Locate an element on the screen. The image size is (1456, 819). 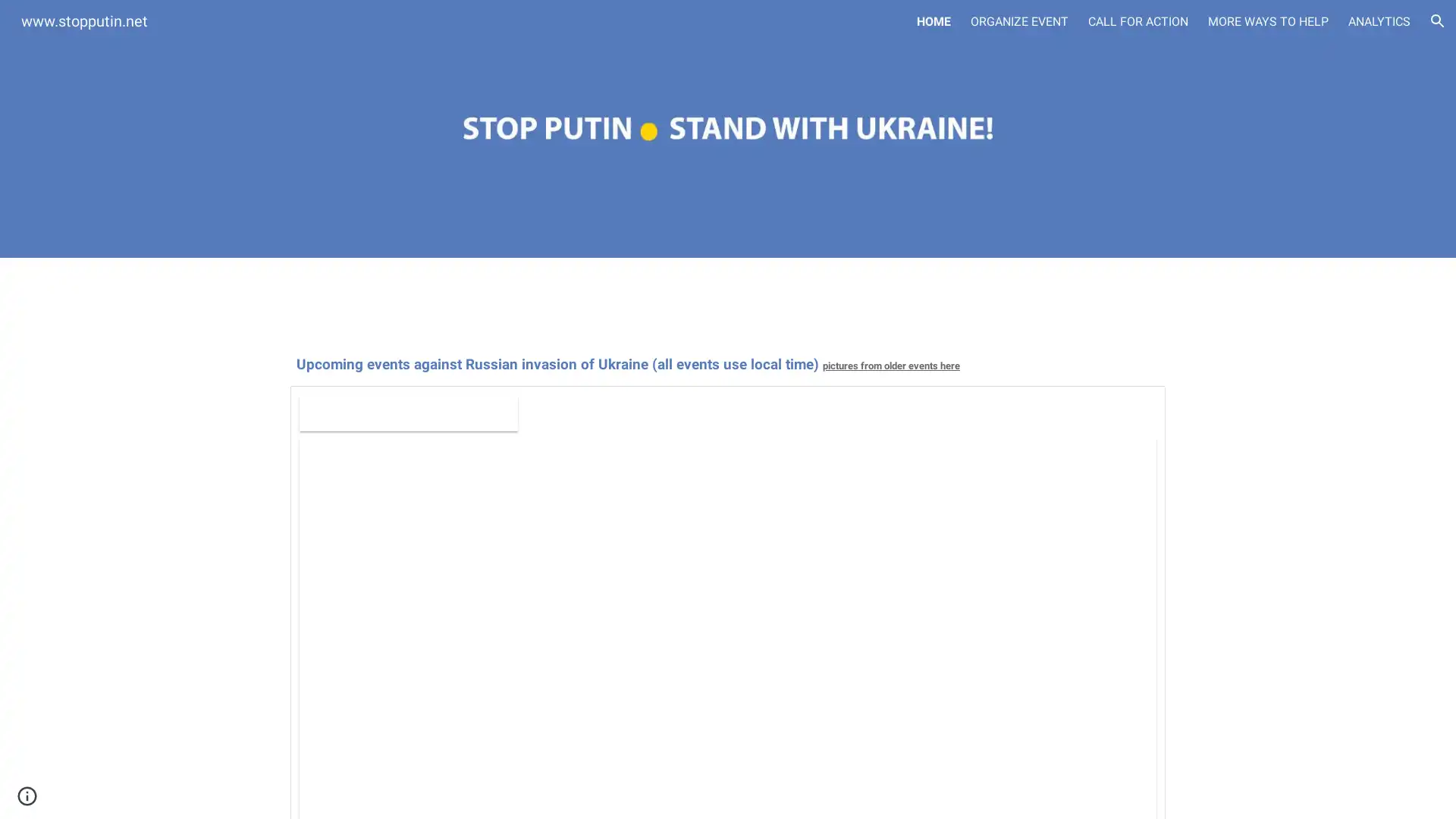
Report abuse is located at coordinates (182, 792).